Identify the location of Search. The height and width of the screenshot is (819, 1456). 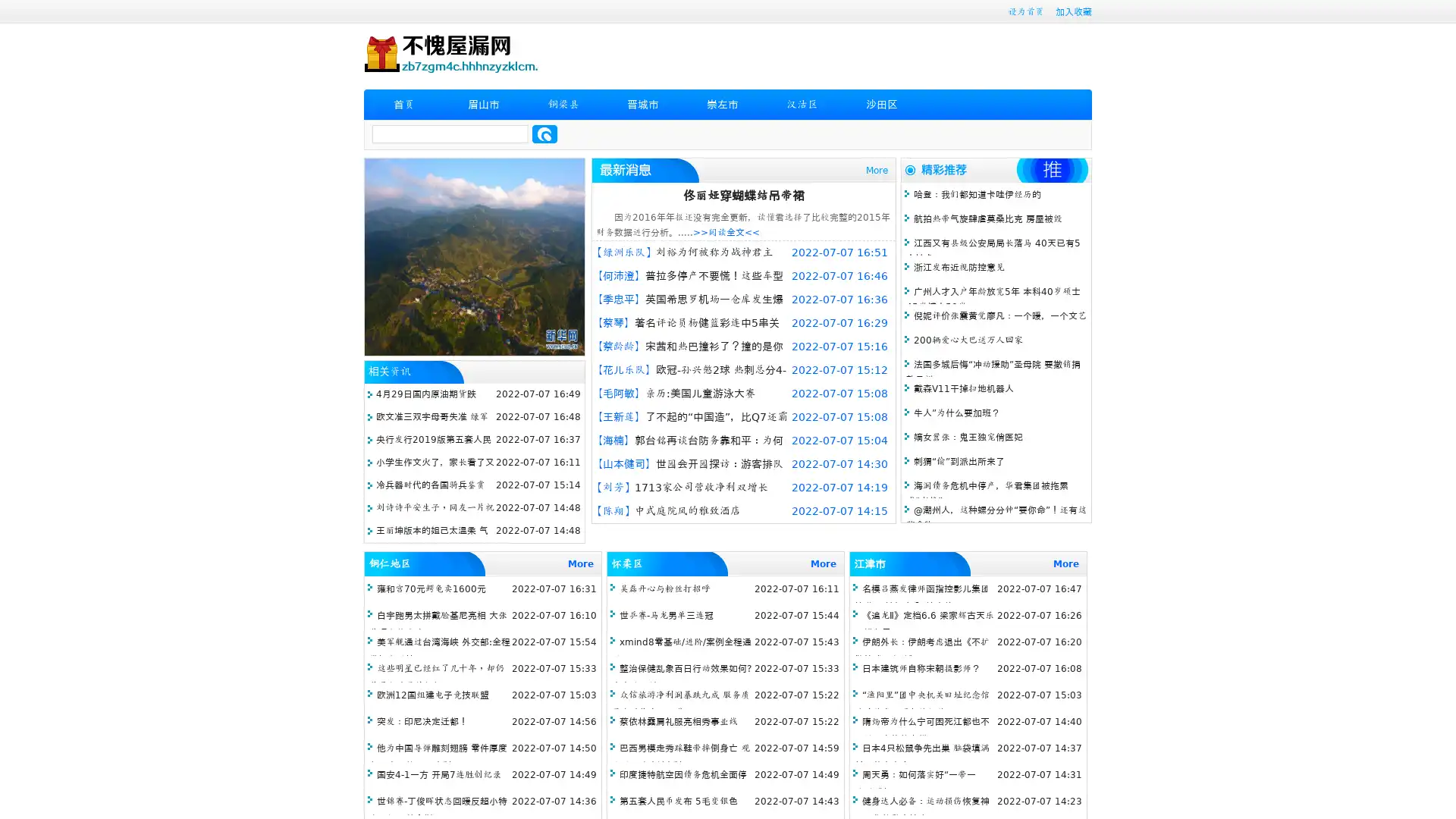
(544, 133).